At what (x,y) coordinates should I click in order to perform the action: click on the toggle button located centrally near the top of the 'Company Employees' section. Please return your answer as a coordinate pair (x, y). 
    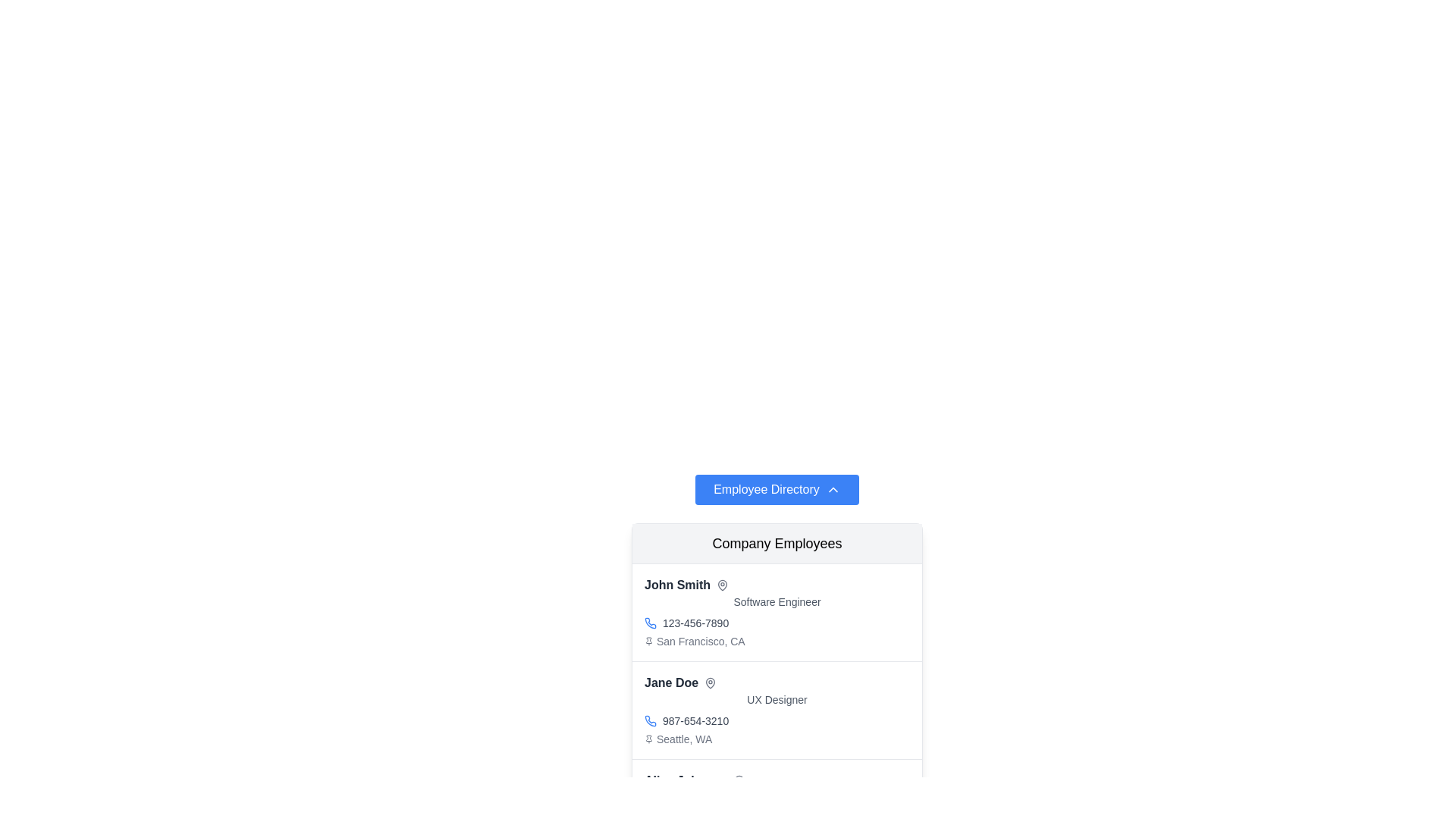
    Looking at the image, I should click on (777, 489).